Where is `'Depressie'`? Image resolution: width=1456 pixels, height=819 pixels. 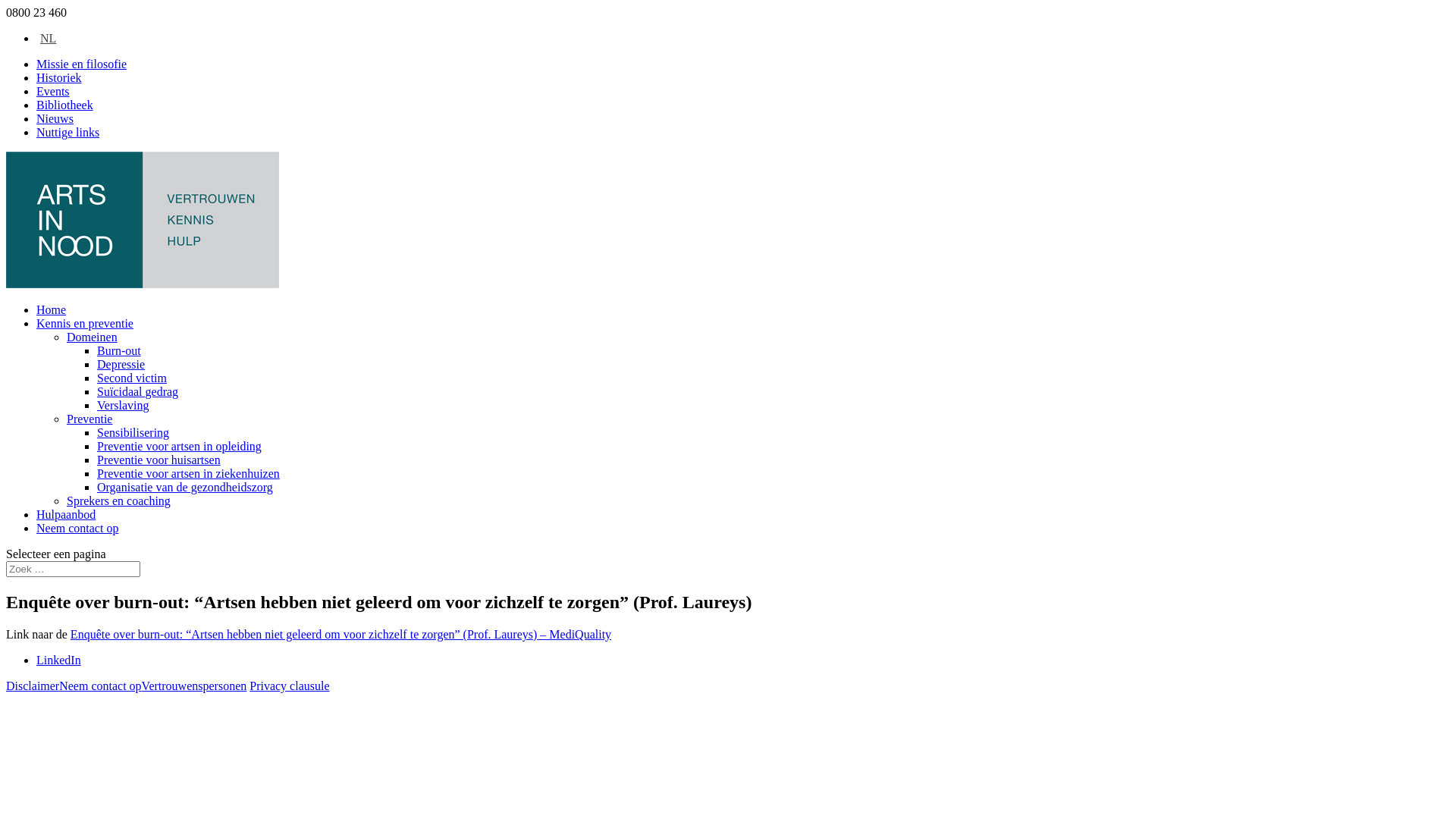
'Depressie' is located at coordinates (96, 364).